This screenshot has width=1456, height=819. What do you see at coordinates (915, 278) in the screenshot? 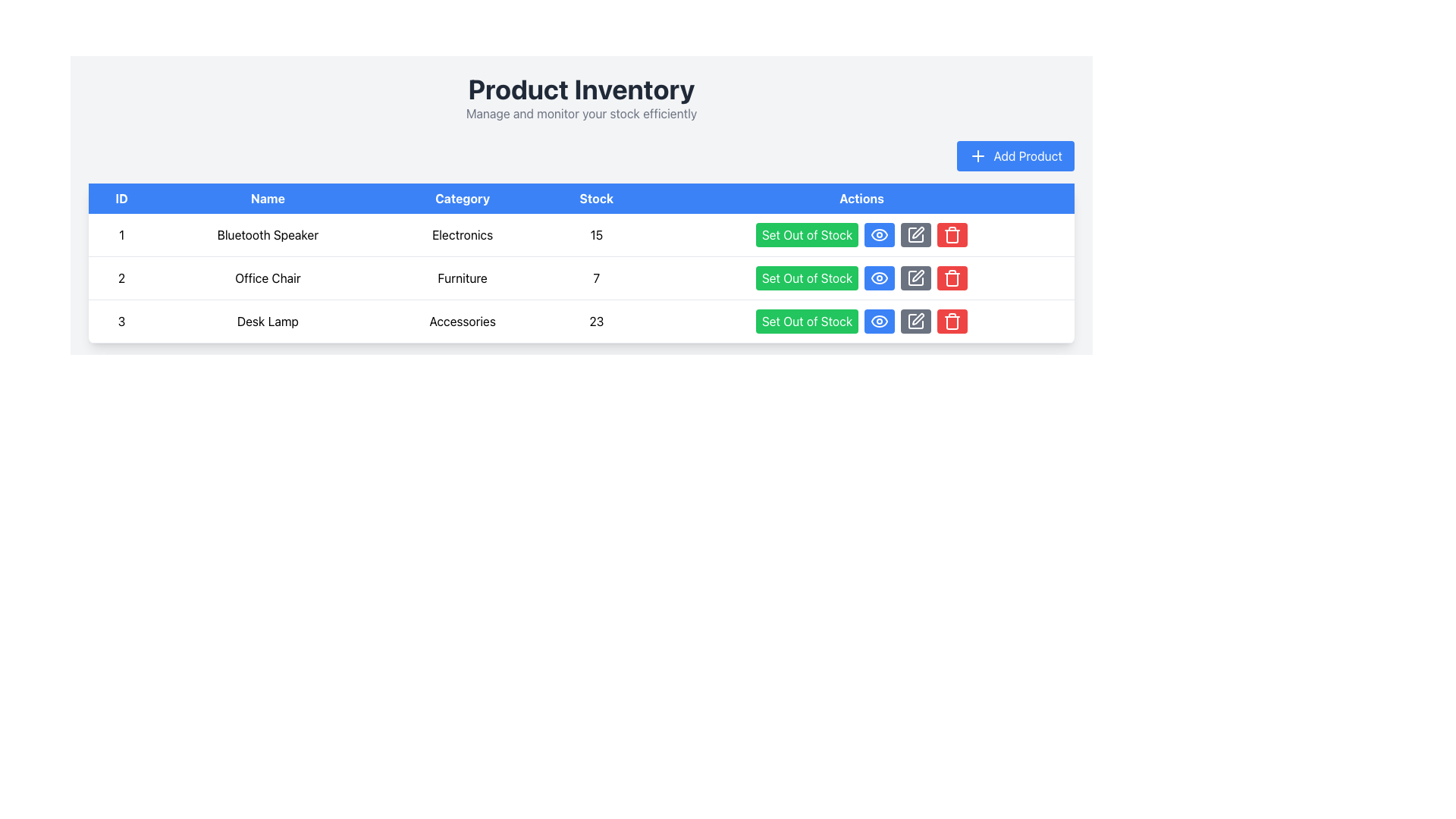
I see `the edit button, represented by a square icon with a pen, located in the actions column of the third row for the product 'Desk Lamp', to initiate the edit function` at bounding box center [915, 278].